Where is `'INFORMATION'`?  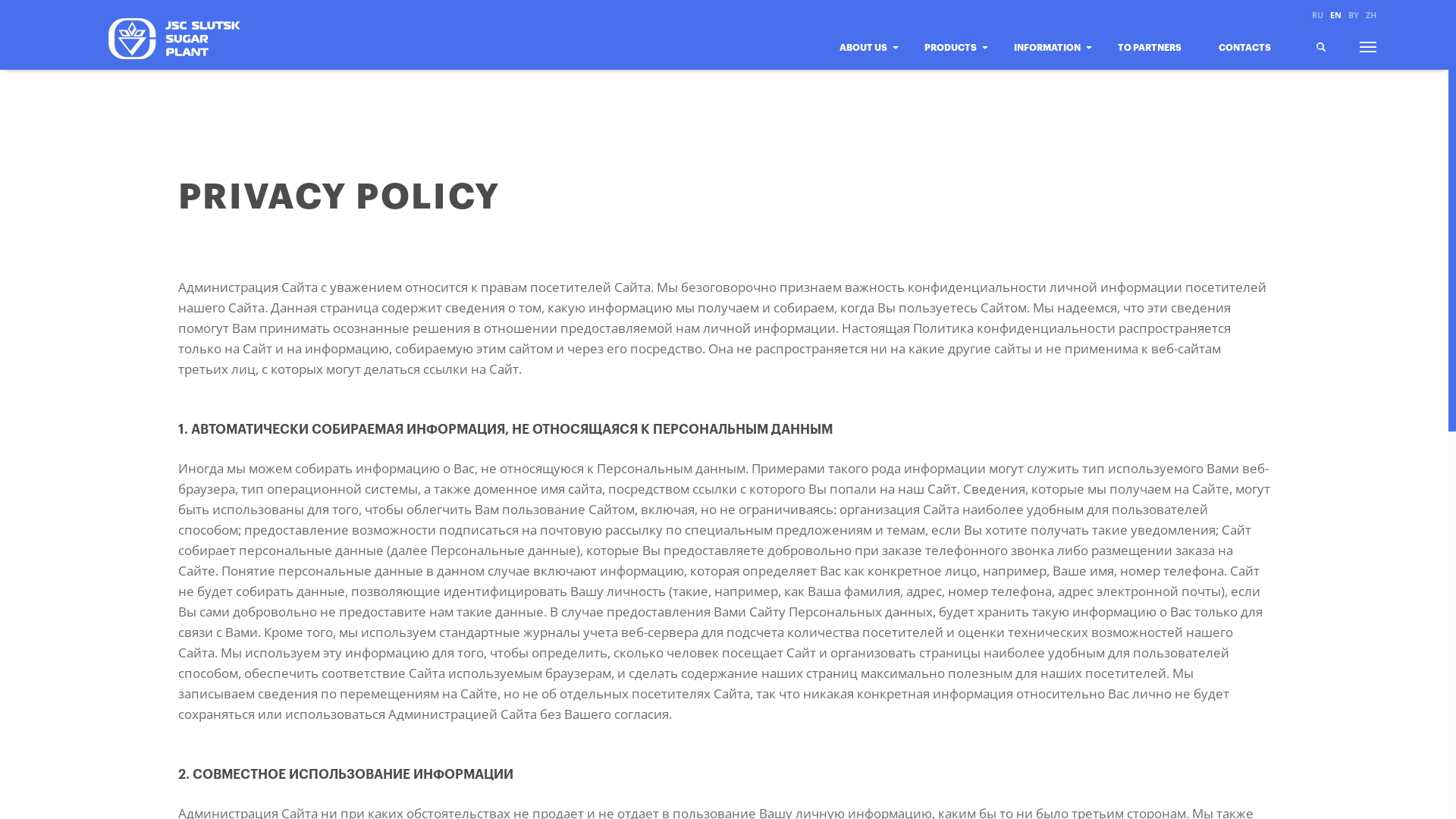
'INFORMATION' is located at coordinates (1051, 60).